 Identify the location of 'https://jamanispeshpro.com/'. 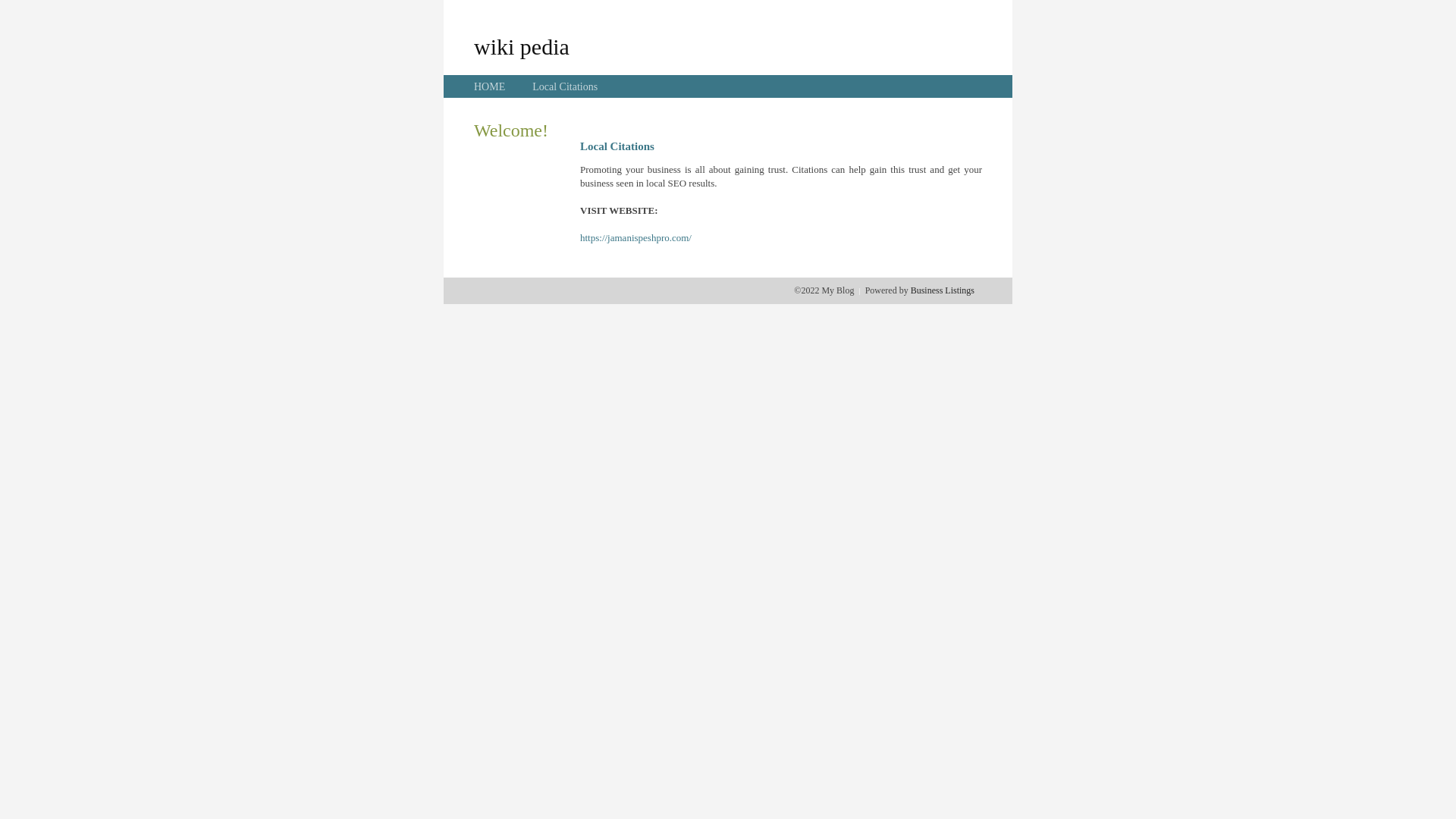
(635, 237).